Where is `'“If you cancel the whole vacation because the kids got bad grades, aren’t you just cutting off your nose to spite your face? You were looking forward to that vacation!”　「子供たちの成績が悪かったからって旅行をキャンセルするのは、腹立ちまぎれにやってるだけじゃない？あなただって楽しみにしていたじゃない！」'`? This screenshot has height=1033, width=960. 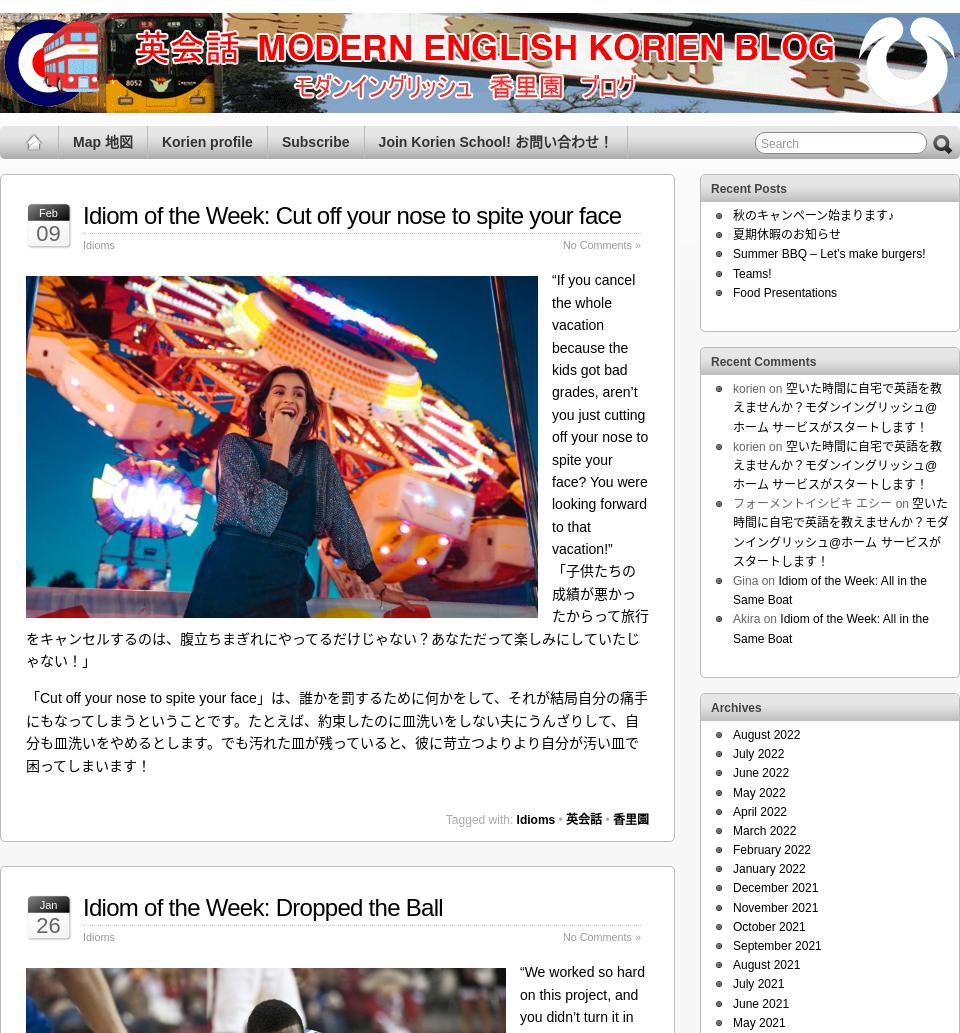
'“If you cancel the whole vacation because the kids got bad grades, aren’t you just cutting off your nose to spite your face? You were looking forward to that vacation!”　「子供たちの成績が悪かったからって旅行をキャンセルするのは、腹立ちまぎれにやってるだけじゃない？あなただって楽しみにしていたじゃない！」' is located at coordinates (25, 470).